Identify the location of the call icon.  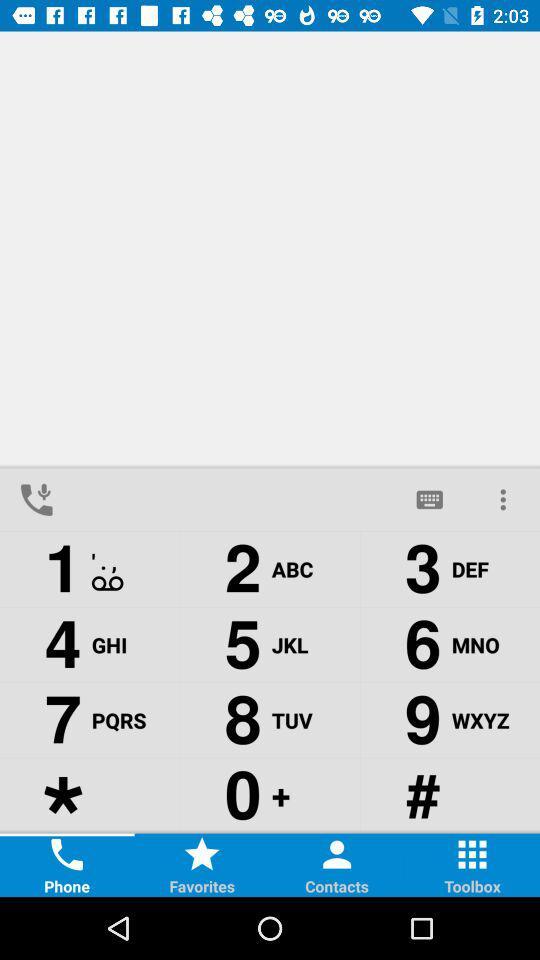
(36, 498).